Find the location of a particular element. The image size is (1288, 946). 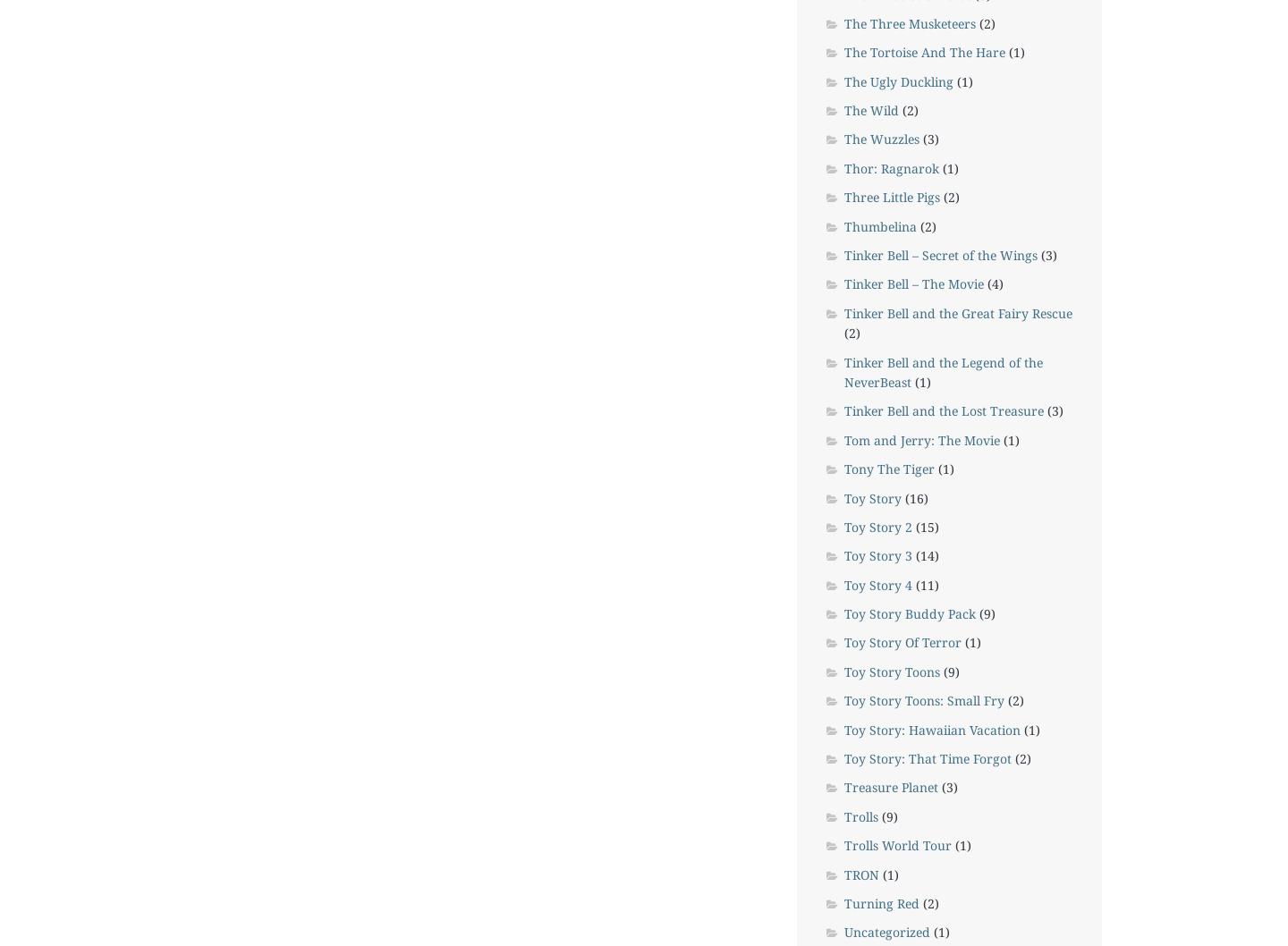

'(15)' is located at coordinates (925, 526).